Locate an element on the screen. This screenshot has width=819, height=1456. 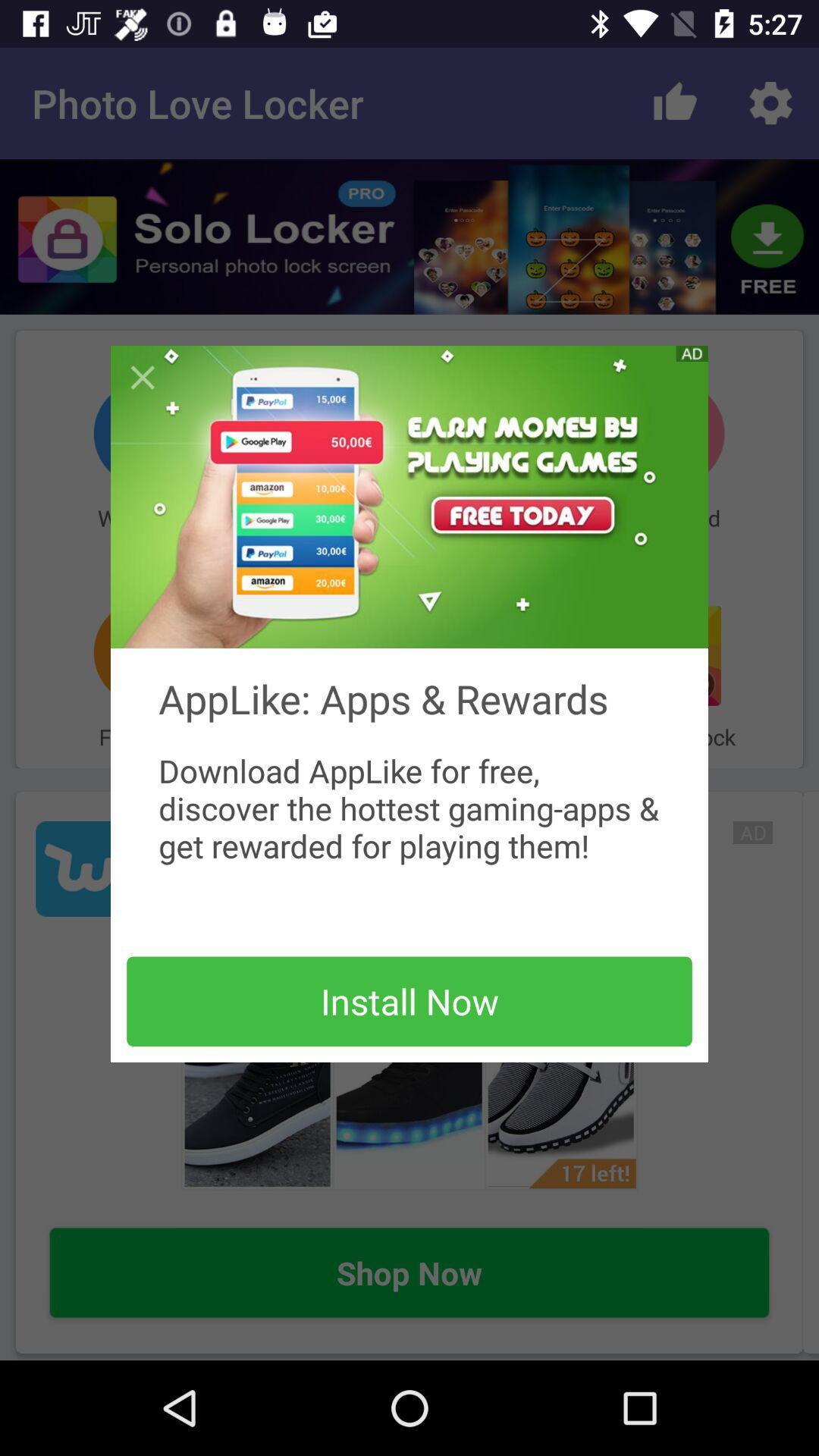
will close the pop up is located at coordinates (143, 378).